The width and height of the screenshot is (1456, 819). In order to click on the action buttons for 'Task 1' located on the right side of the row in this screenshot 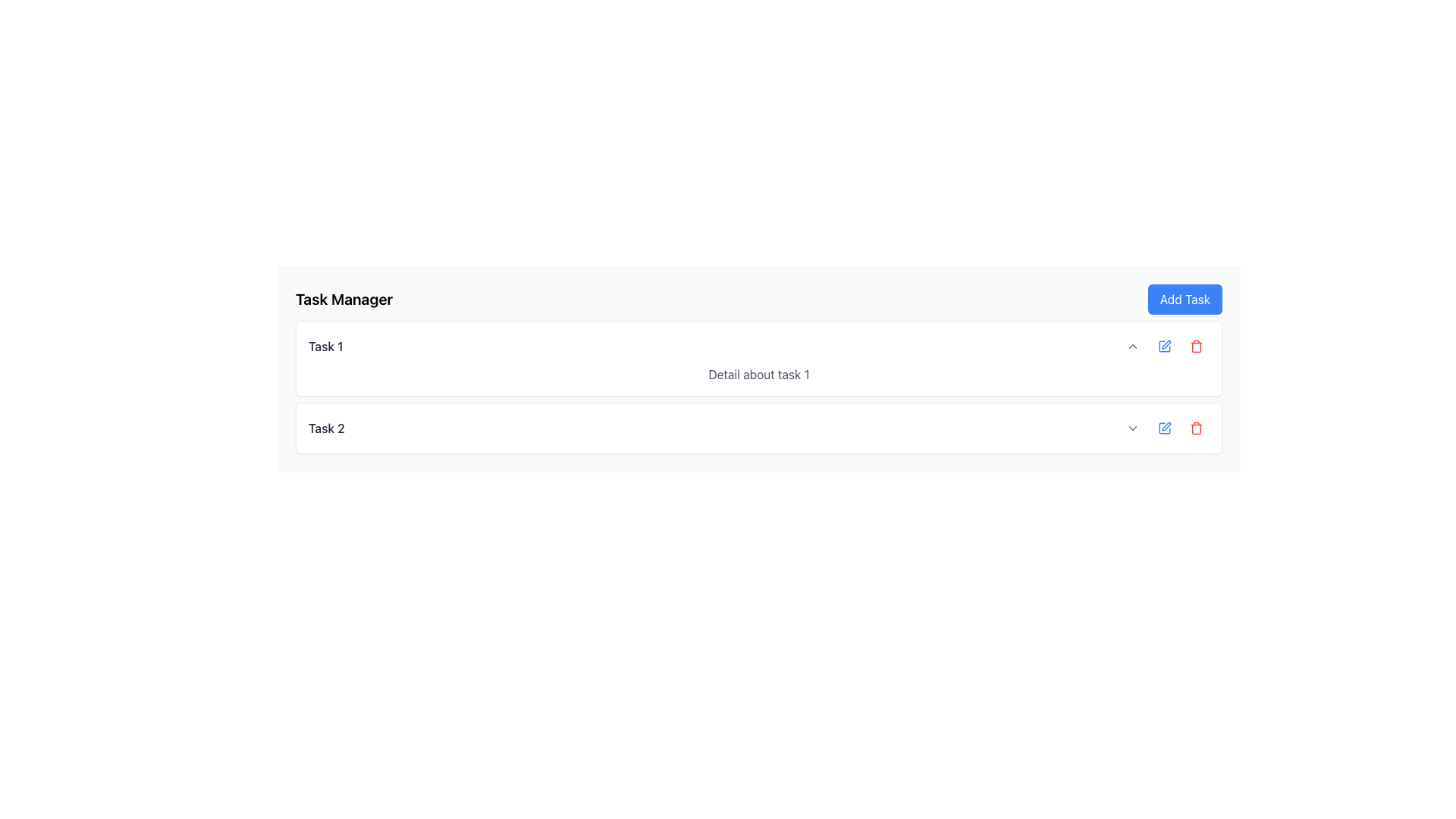, I will do `click(1164, 346)`.